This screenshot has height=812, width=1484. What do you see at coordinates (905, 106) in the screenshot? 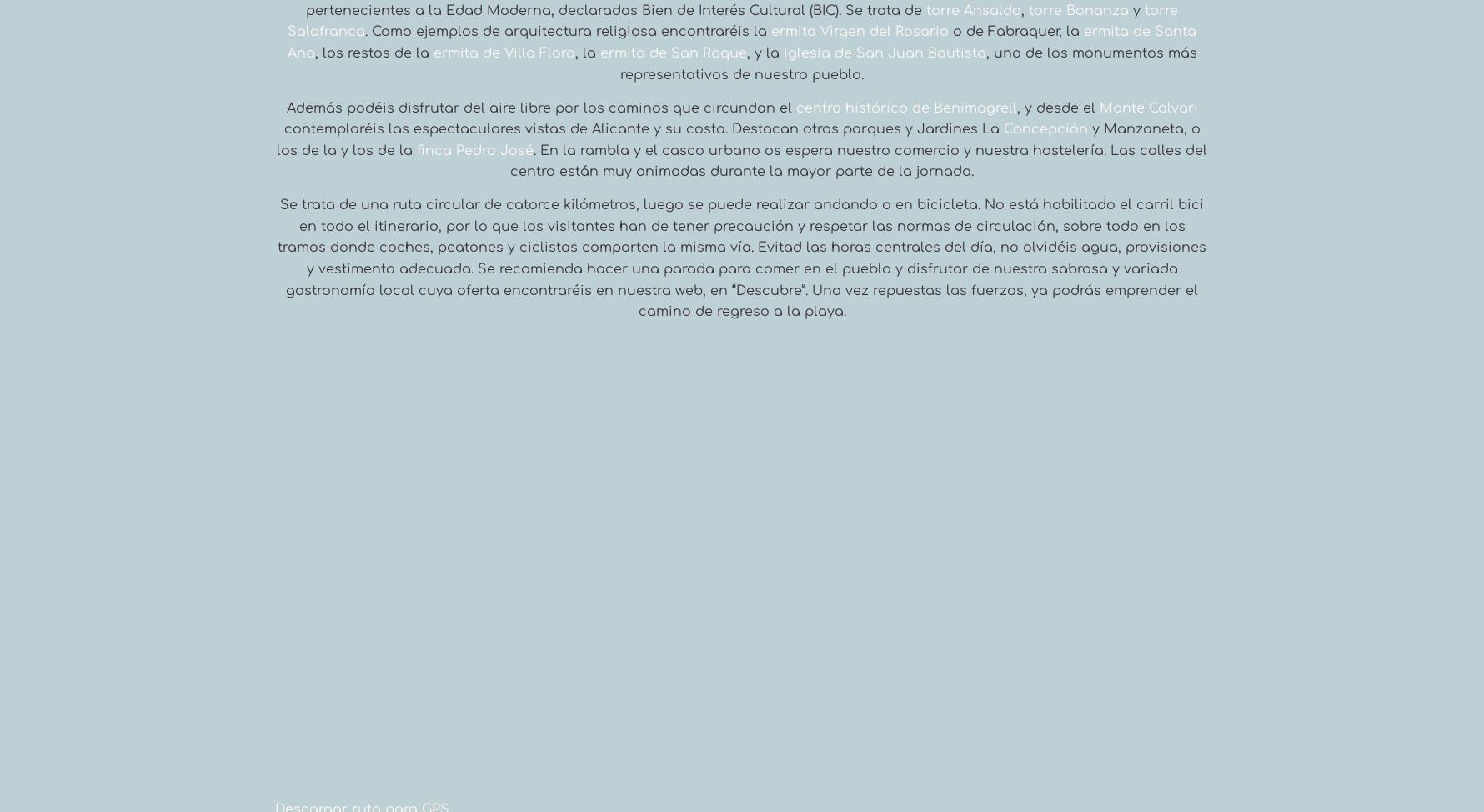
I see `'centro histórico de Benimagrell'` at bounding box center [905, 106].